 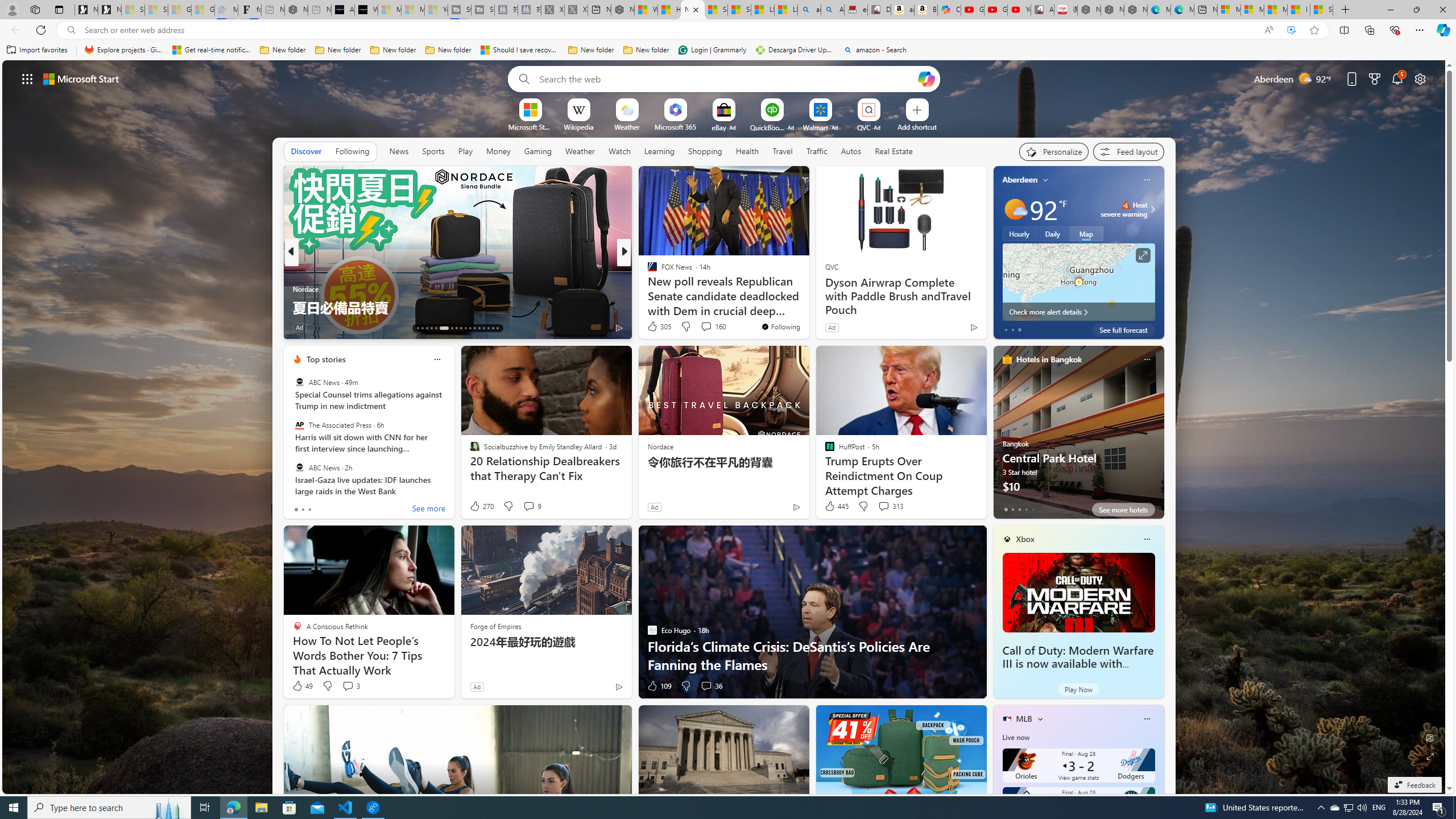 I want to click on 'MLB', so click(x=1023, y=718).